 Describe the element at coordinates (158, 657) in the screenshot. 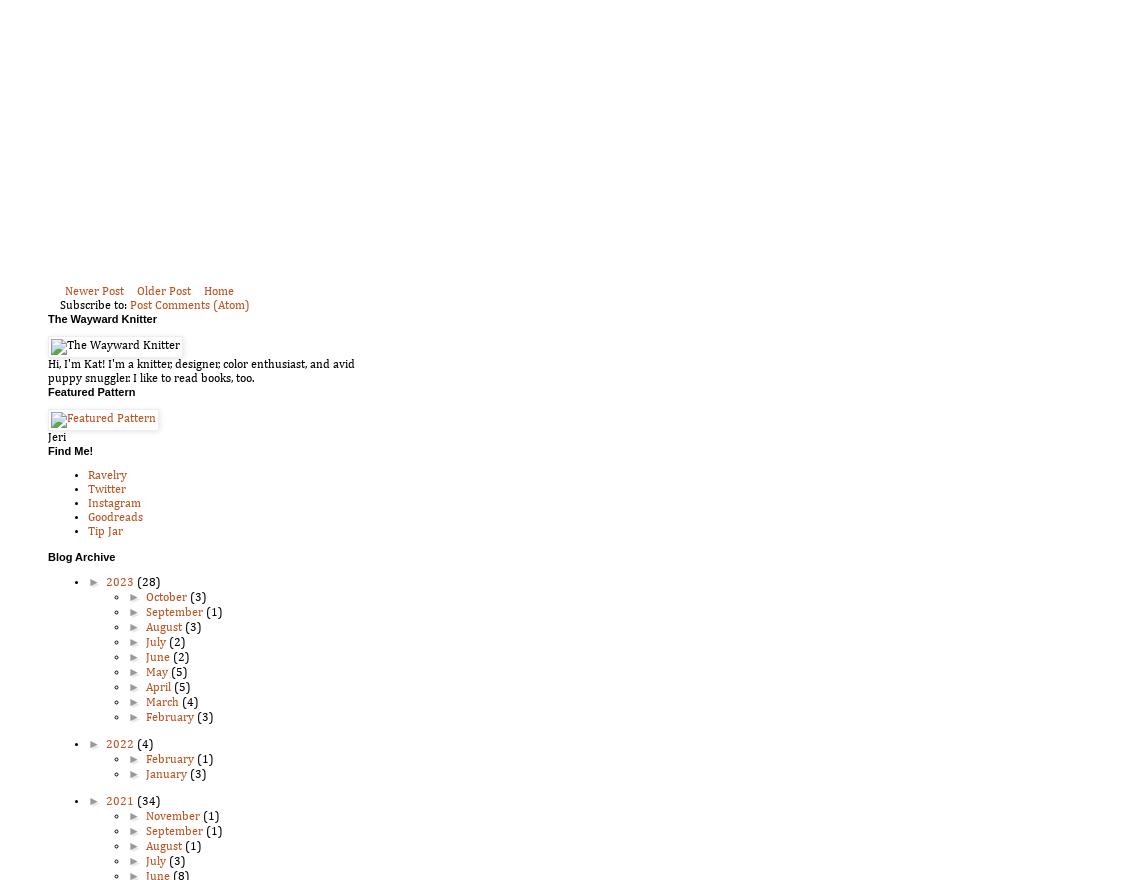

I see `'June'` at that location.